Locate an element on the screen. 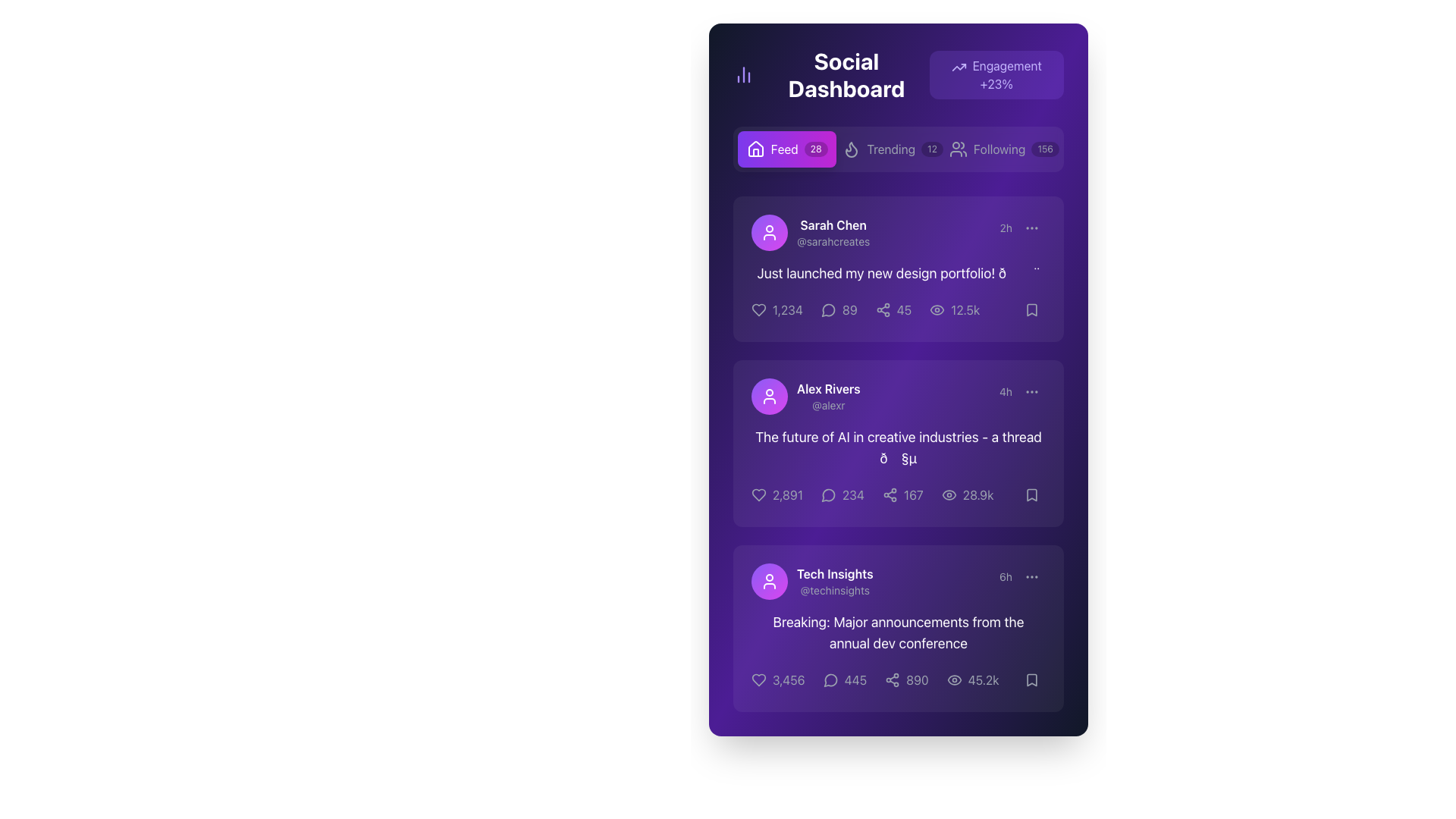  the horizontal ellipsis icon in the upper-right corner of the second content card for the social media post by 'Alex Rivers' is located at coordinates (1031, 391).